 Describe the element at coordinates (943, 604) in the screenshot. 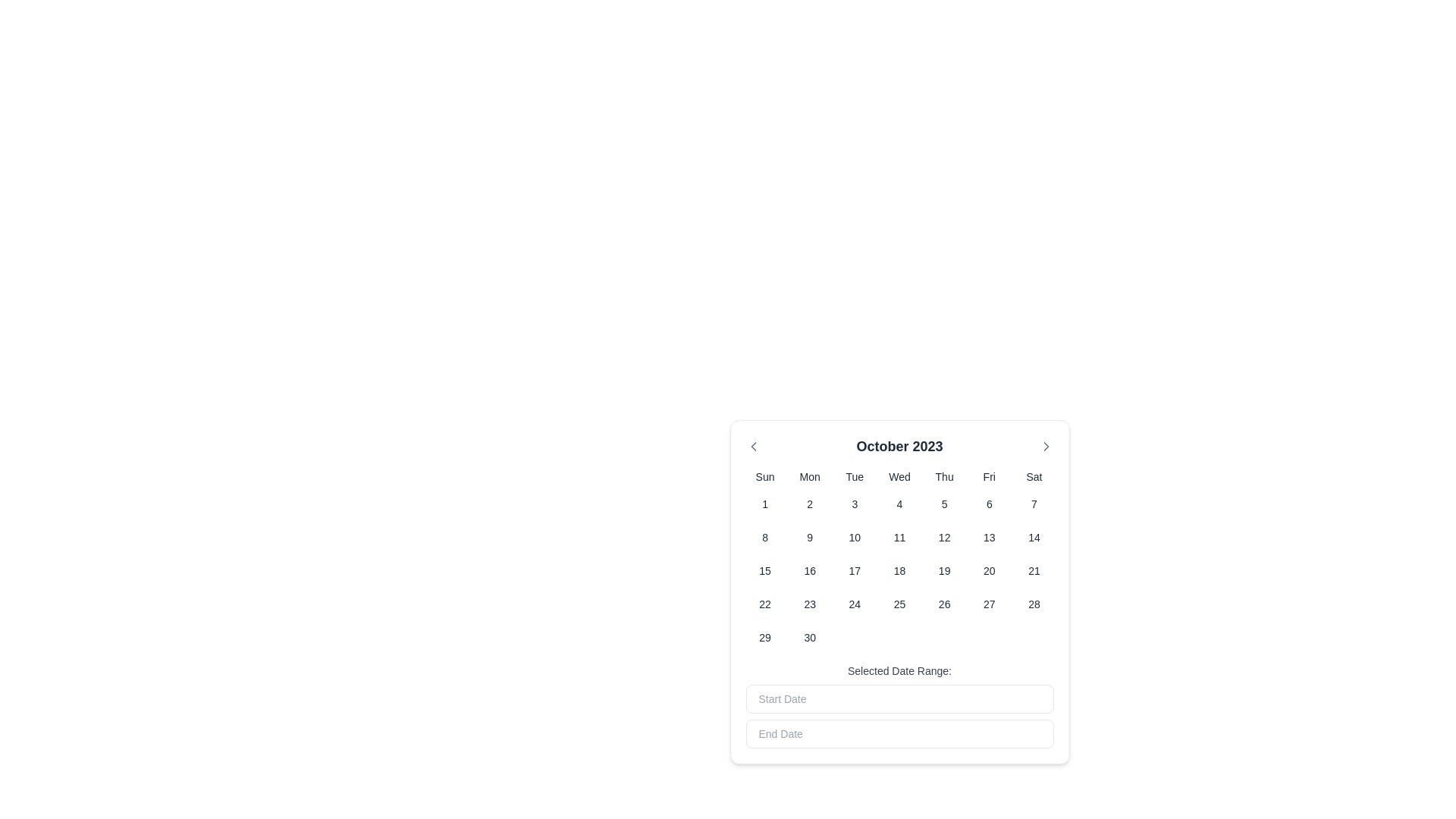

I see `the calendar day button located under the 'Thu' header in the row starting with '22', specifically the fifth column` at that location.